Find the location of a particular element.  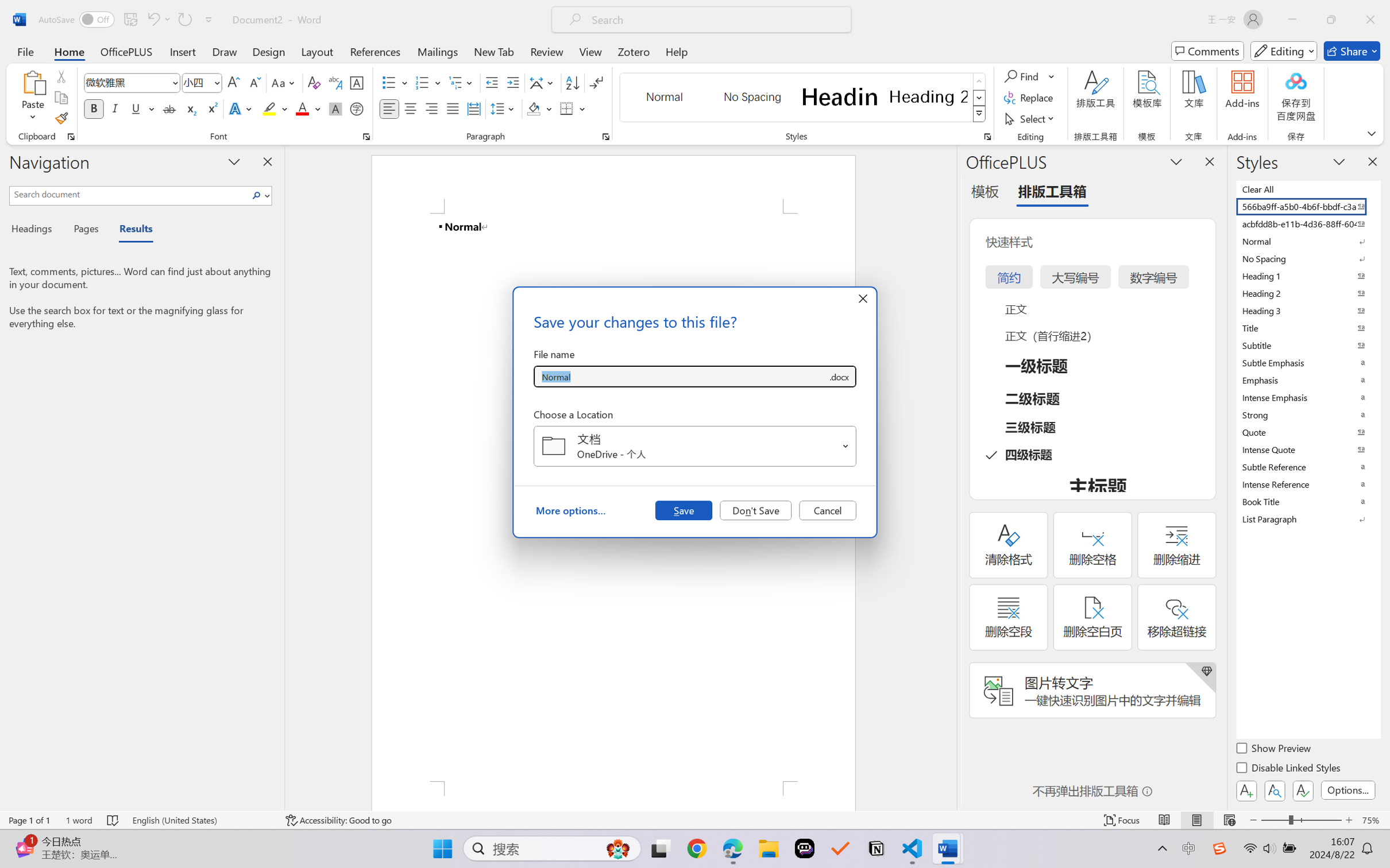

'Pages' is located at coordinates (84, 230).